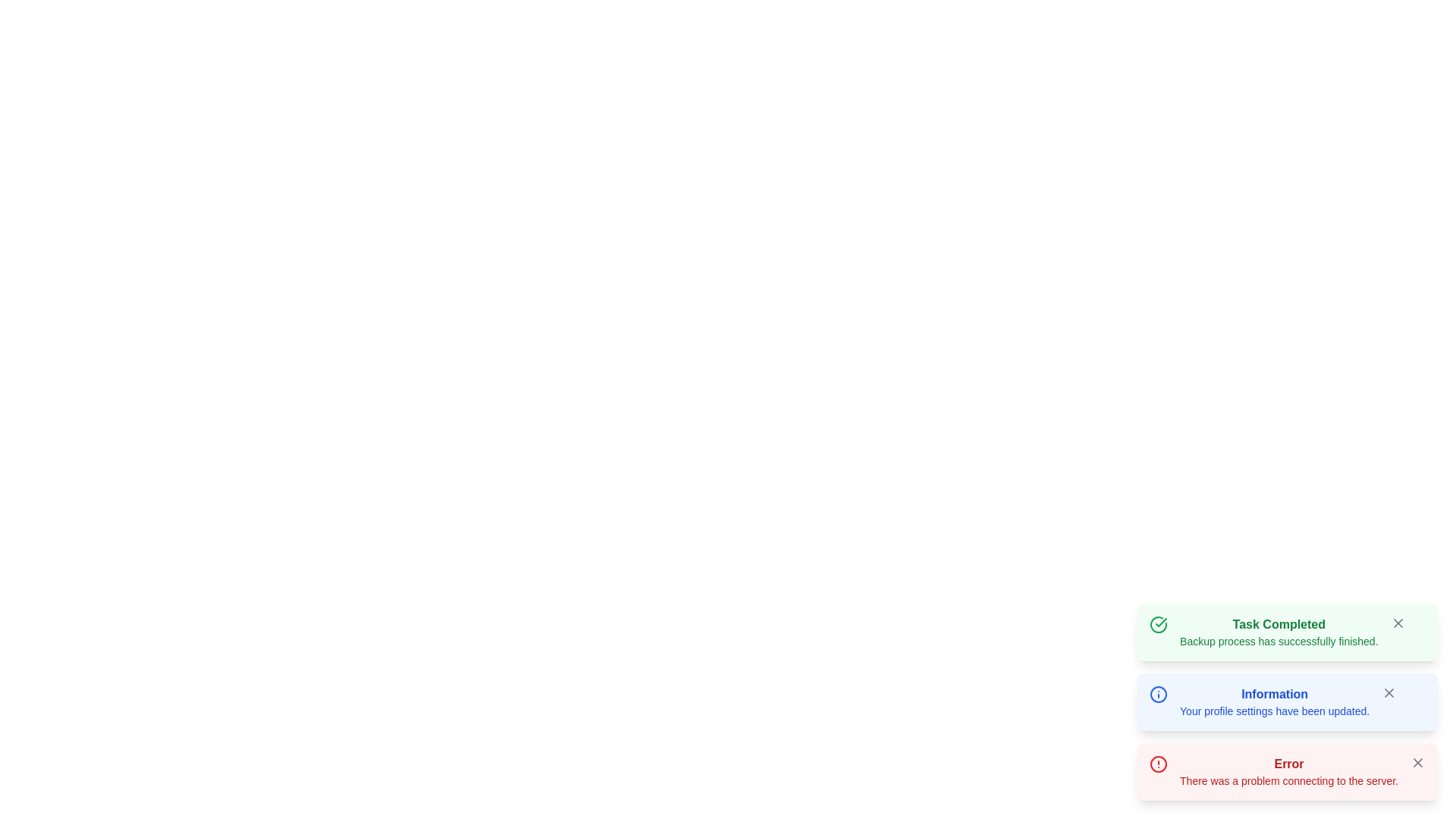 The image size is (1456, 819). Describe the element at coordinates (1158, 694) in the screenshot. I see `the informational message icon located at the left side of the 'Information' notification message, positioned before the title` at that location.